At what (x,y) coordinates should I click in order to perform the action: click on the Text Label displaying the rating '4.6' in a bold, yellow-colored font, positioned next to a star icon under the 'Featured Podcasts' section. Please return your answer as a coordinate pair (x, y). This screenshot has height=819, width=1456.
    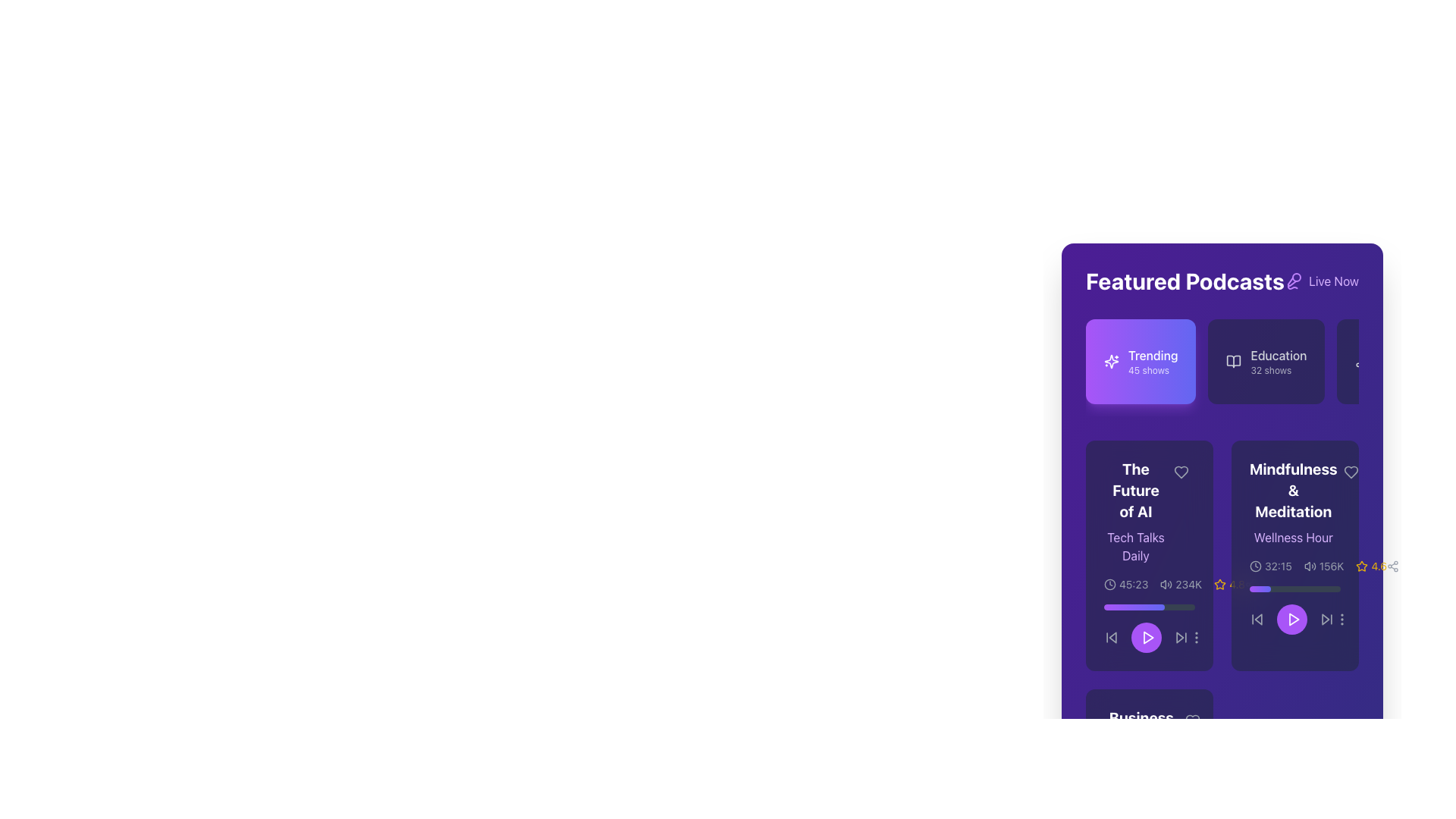
    Looking at the image, I should click on (1379, 566).